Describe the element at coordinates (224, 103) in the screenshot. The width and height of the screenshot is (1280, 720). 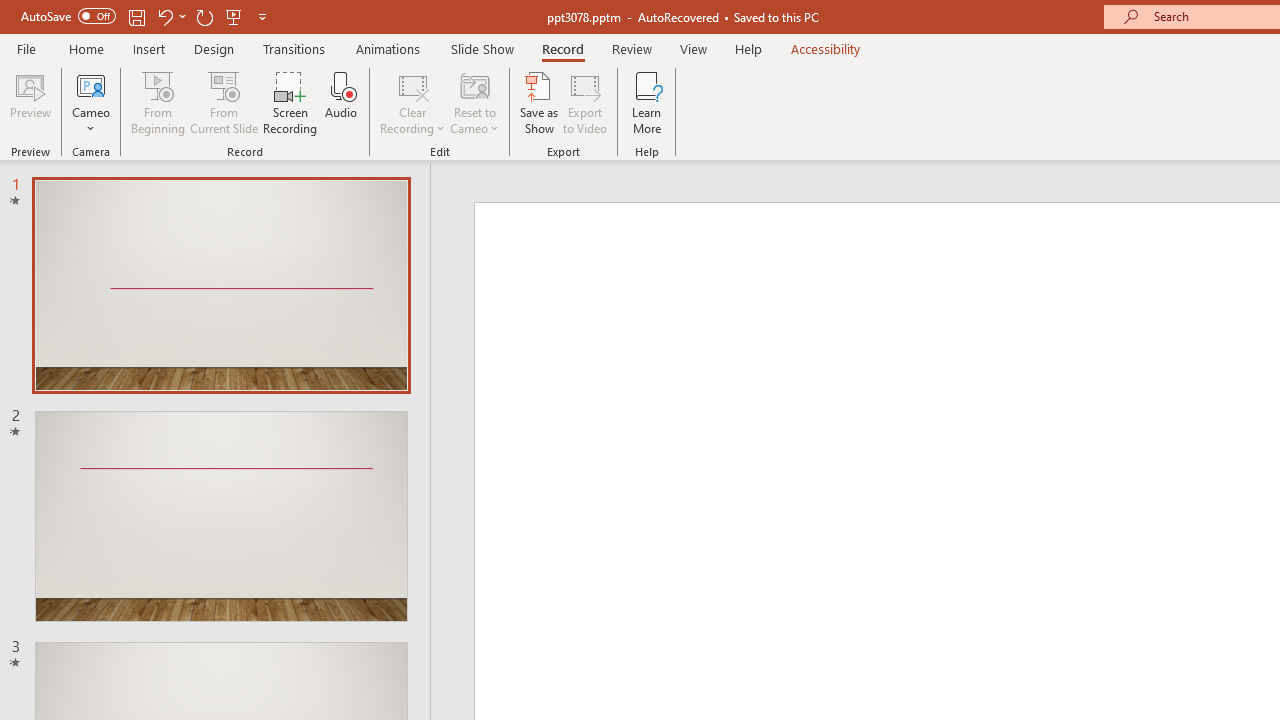
I see `'From Current Slide...'` at that location.